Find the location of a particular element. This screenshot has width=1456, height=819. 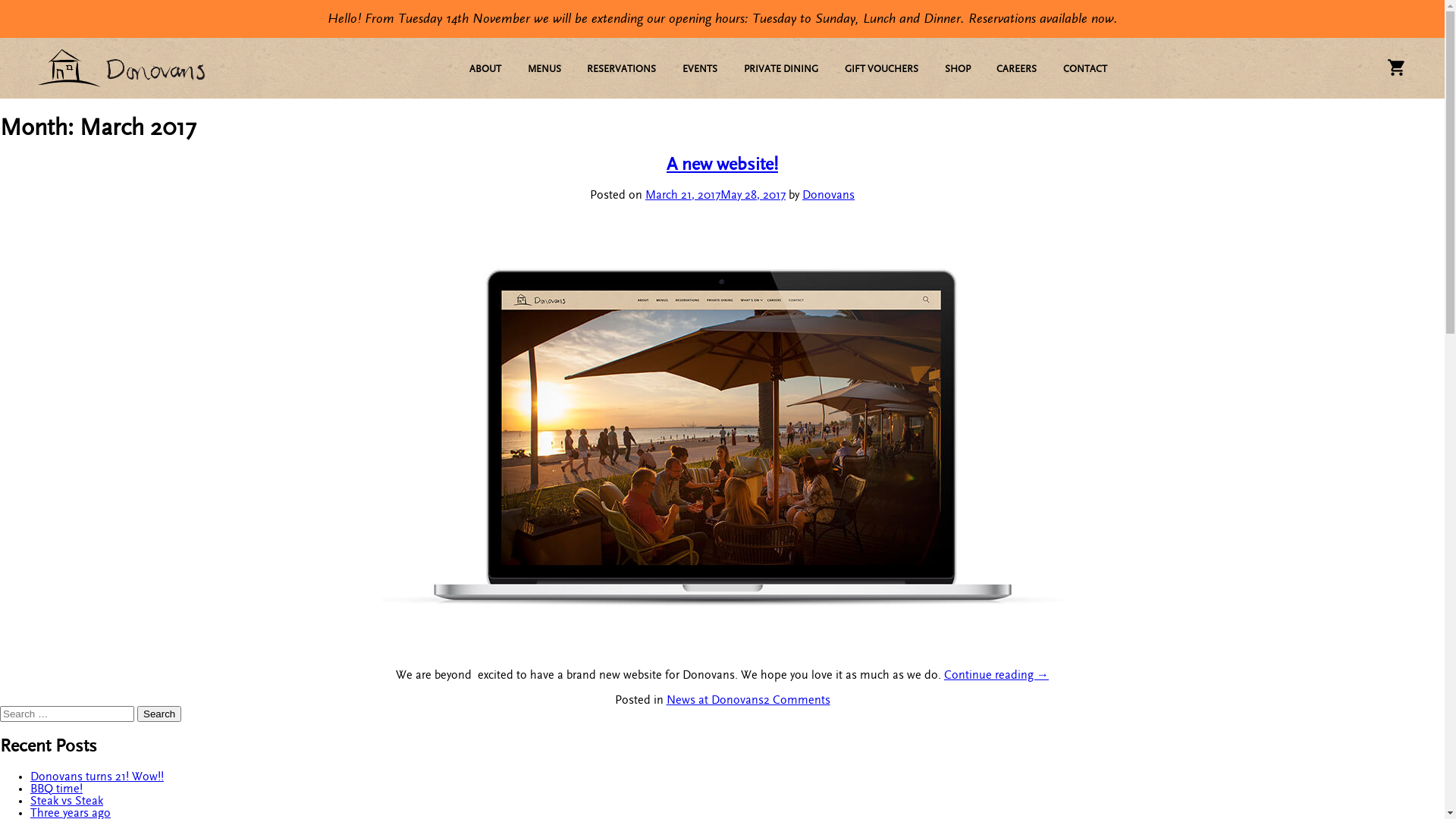

'PRIVATE DINING' is located at coordinates (743, 69).